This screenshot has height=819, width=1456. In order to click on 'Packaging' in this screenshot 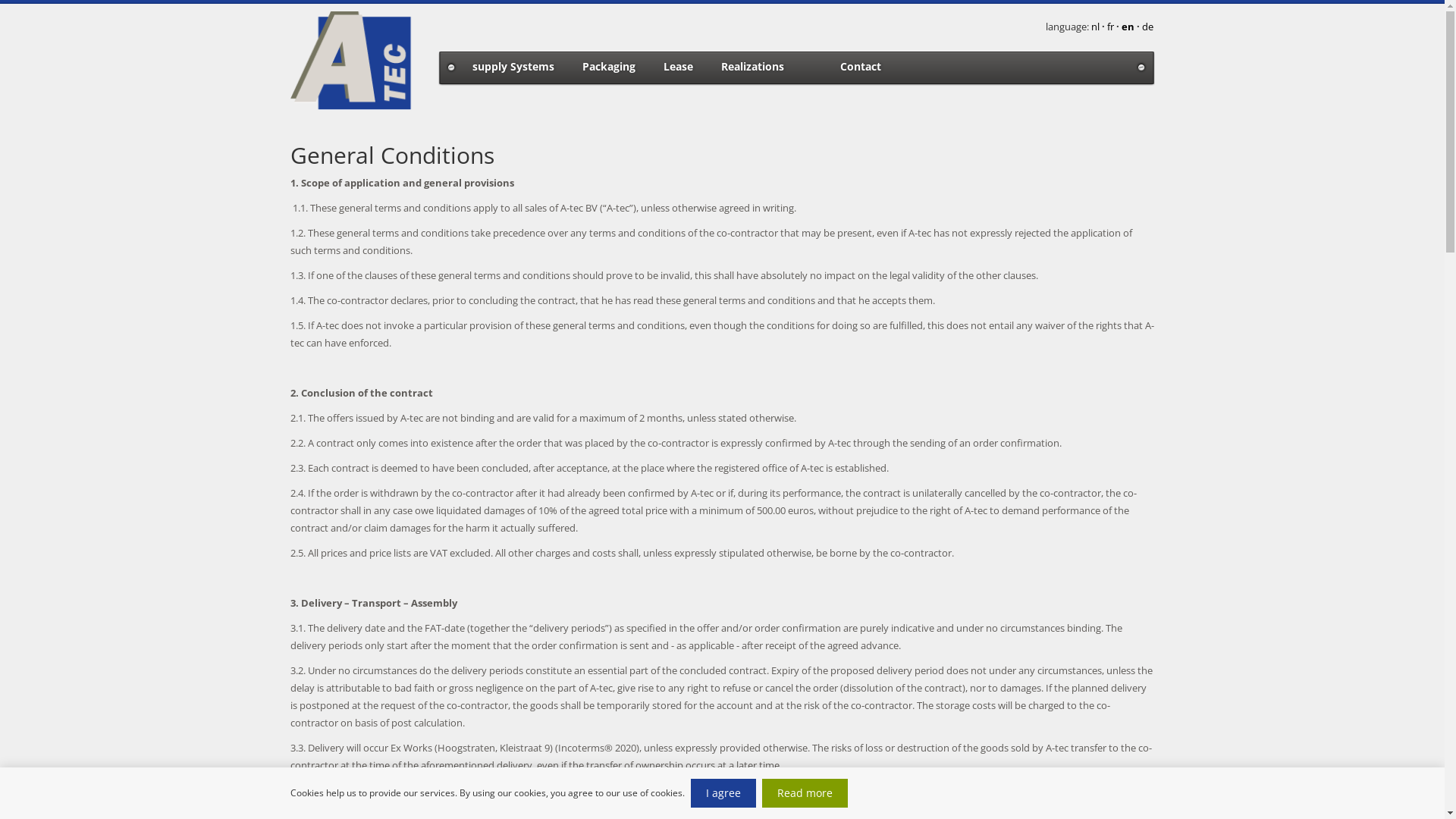, I will do `click(608, 65)`.